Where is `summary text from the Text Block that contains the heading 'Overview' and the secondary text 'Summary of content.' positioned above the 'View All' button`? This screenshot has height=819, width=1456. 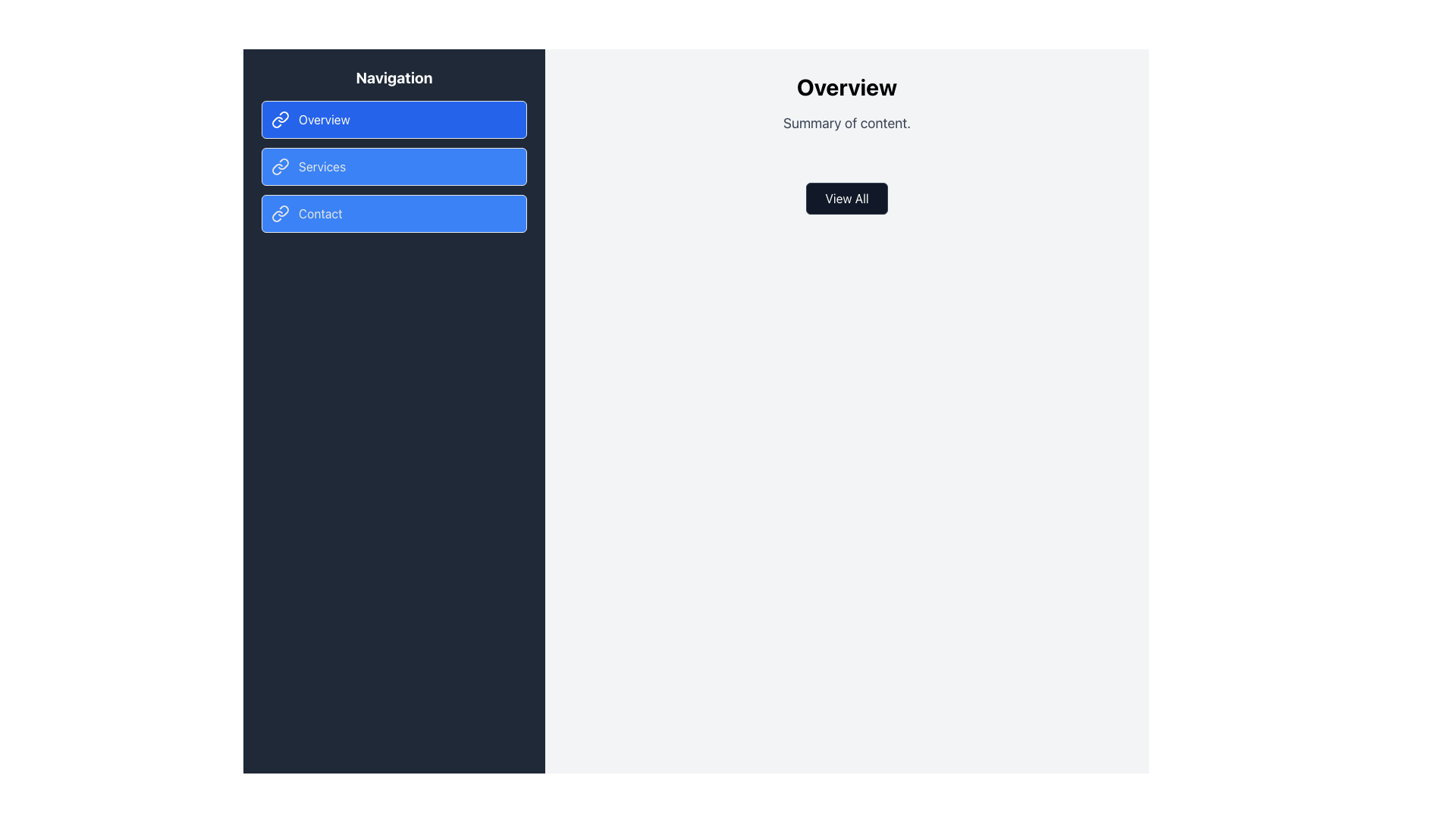
summary text from the Text Block that contains the heading 'Overview' and the secondary text 'Summary of content.' positioned above the 'View All' button is located at coordinates (846, 103).